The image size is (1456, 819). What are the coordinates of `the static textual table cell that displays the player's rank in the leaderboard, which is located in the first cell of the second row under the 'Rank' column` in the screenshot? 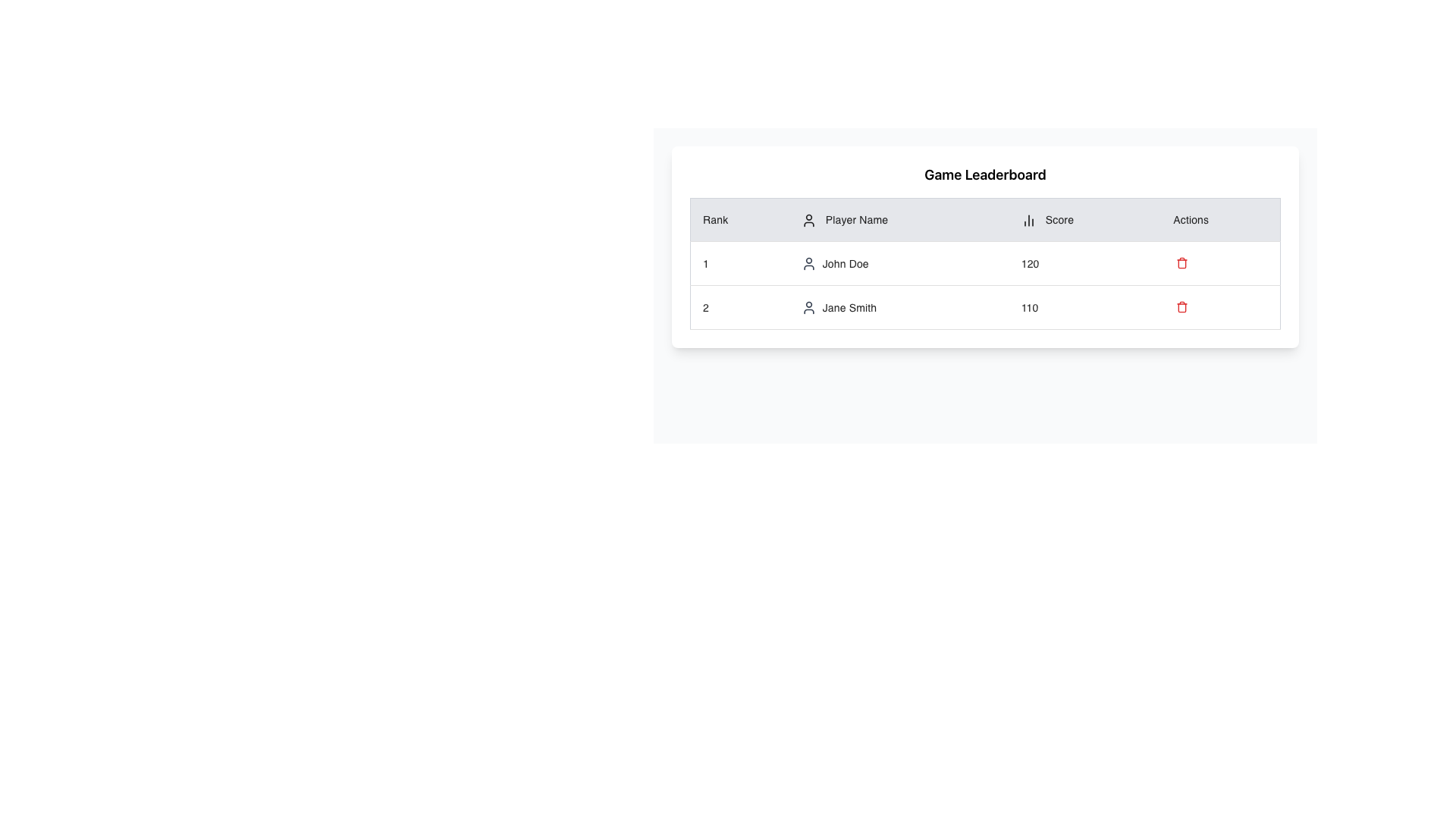 It's located at (739, 307).